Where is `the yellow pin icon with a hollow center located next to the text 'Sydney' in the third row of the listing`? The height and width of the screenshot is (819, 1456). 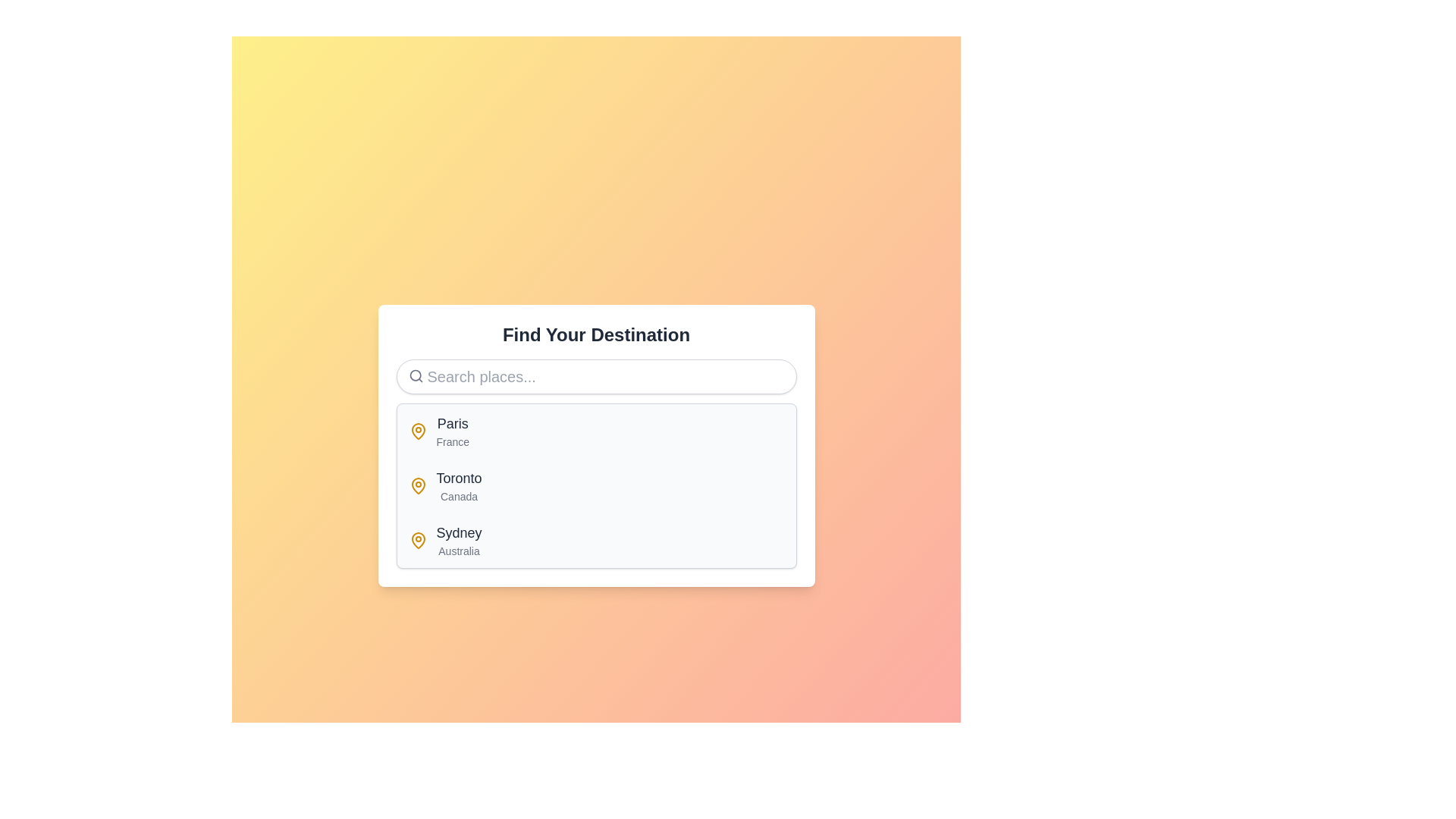 the yellow pin icon with a hollow center located next to the text 'Sydney' in the third row of the listing is located at coordinates (418, 540).